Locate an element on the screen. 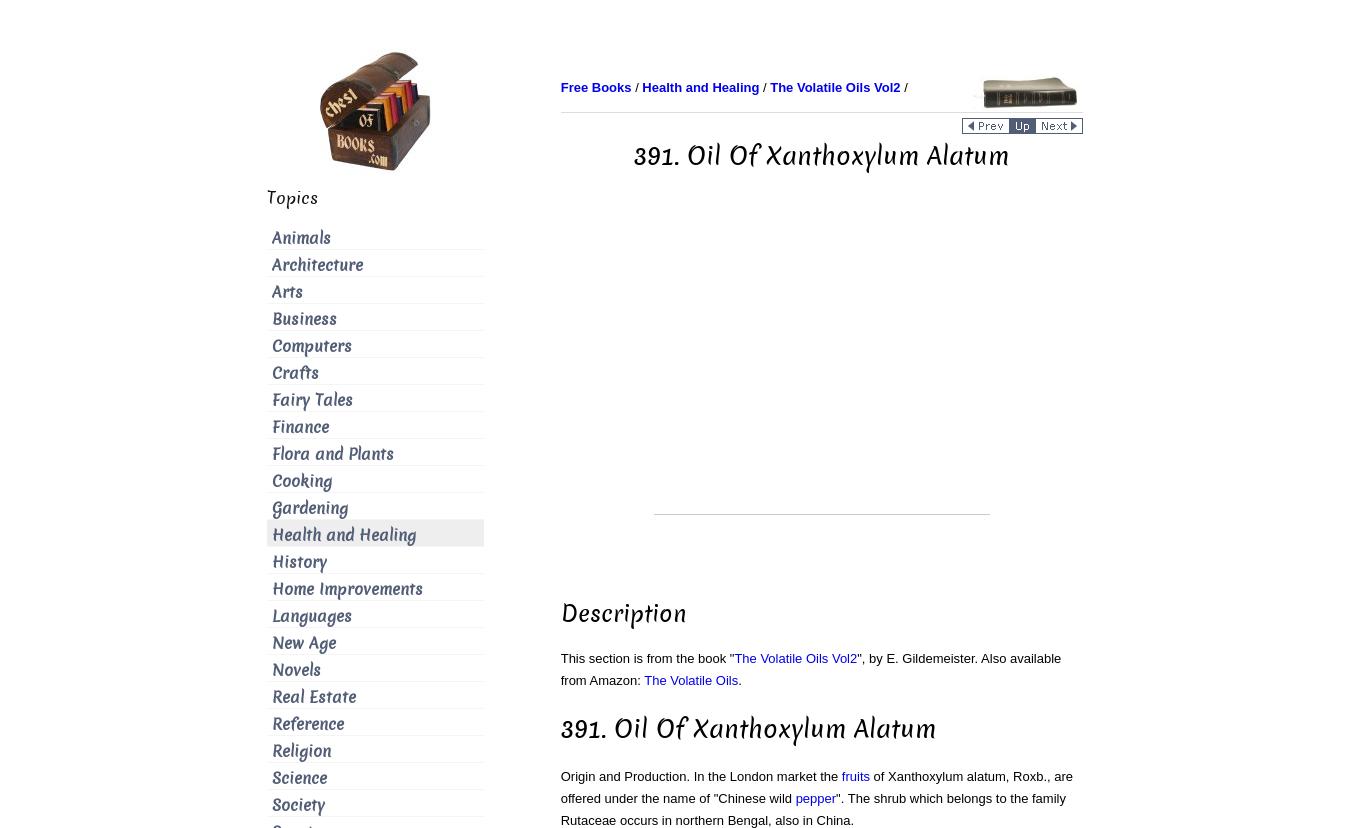  'Business' is located at coordinates (304, 318).